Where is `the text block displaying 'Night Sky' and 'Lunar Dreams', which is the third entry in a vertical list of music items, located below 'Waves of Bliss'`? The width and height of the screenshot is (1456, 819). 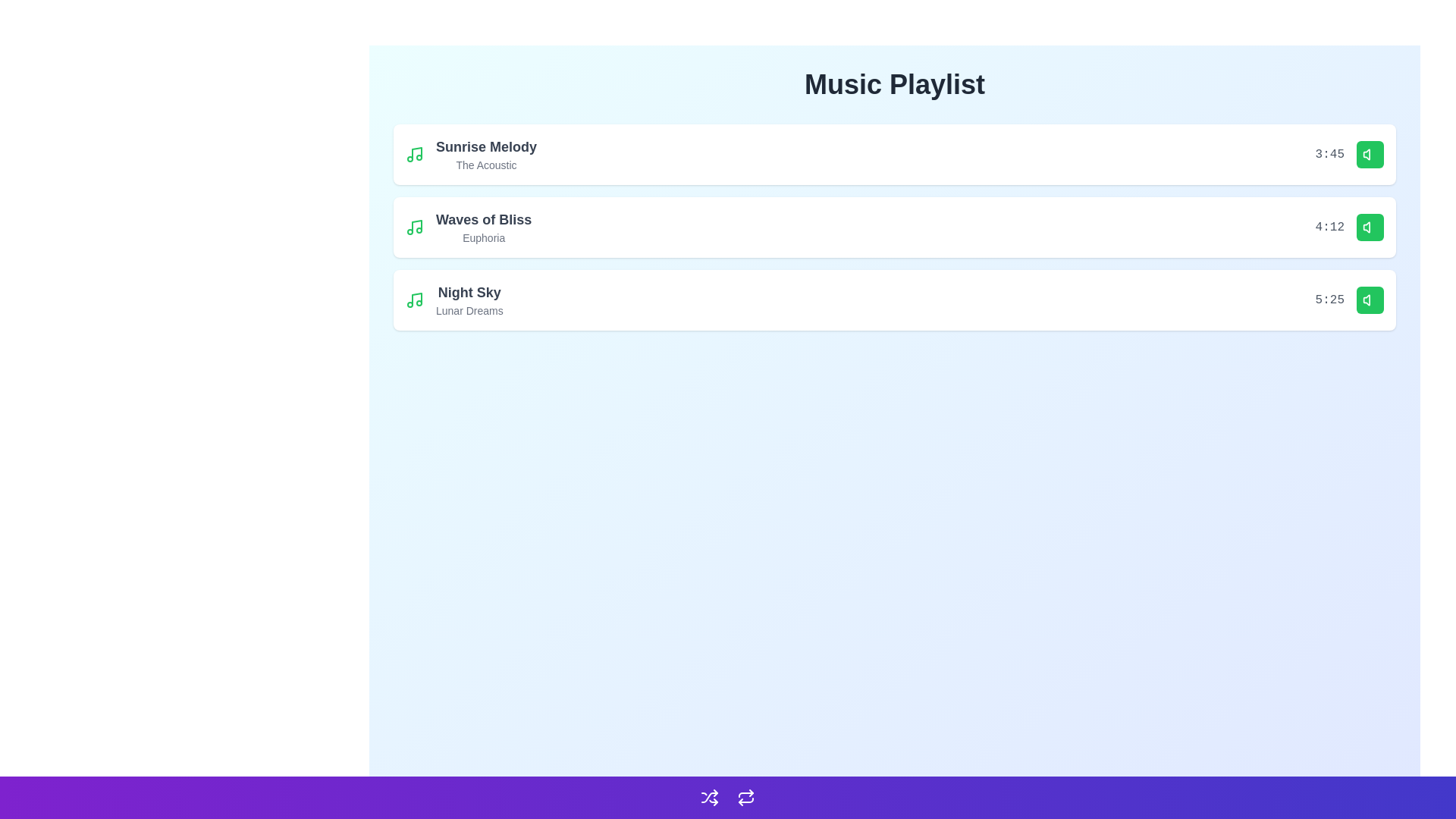 the text block displaying 'Night Sky' and 'Lunar Dreams', which is the third entry in a vertical list of music items, located below 'Waves of Bliss' is located at coordinates (469, 300).